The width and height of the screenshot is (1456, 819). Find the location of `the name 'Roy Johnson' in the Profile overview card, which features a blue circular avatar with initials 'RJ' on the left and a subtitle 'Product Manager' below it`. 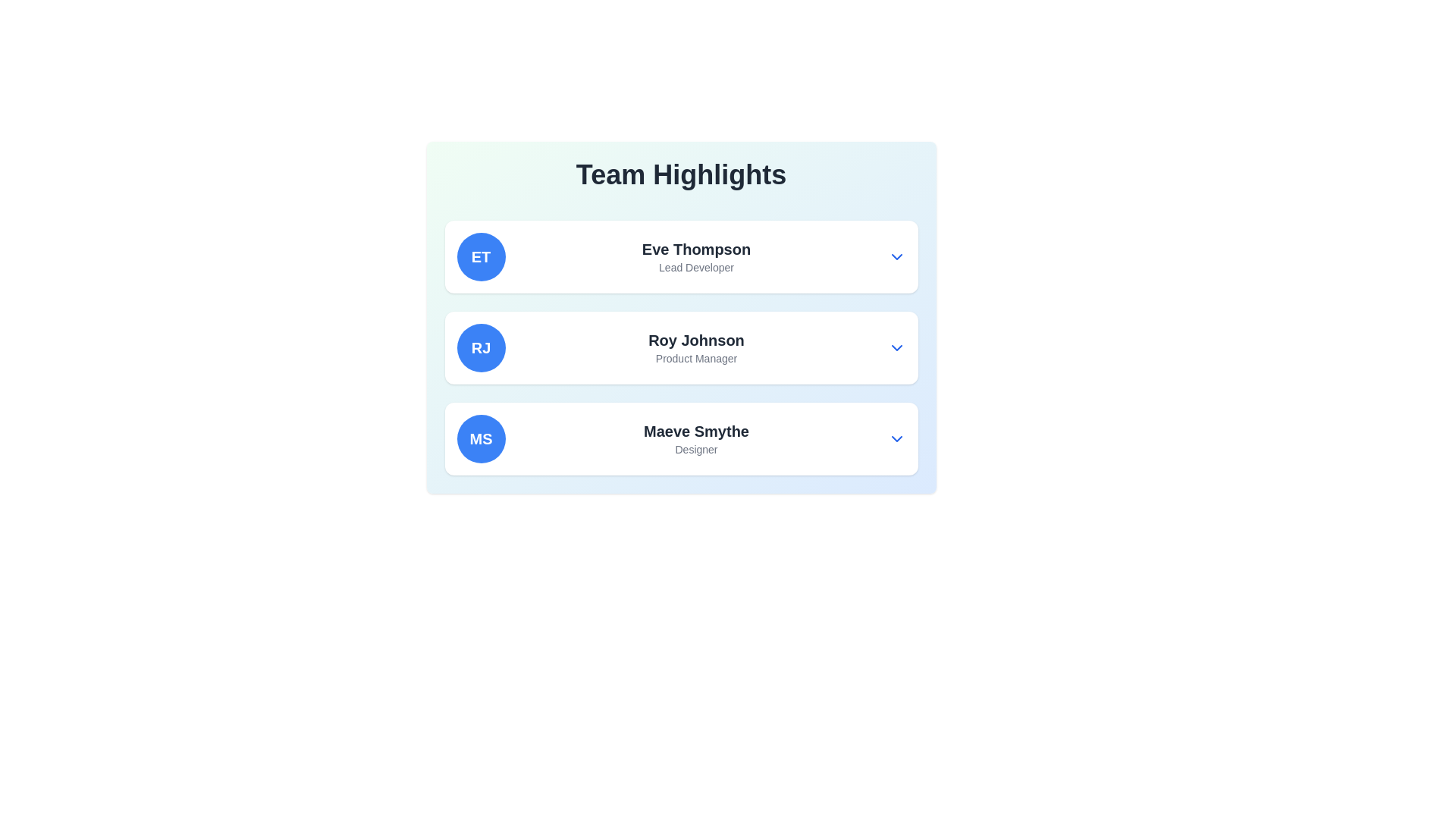

the name 'Roy Johnson' in the Profile overview card, which features a blue circular avatar with initials 'RJ' on the left and a subtitle 'Product Manager' below it is located at coordinates (680, 348).